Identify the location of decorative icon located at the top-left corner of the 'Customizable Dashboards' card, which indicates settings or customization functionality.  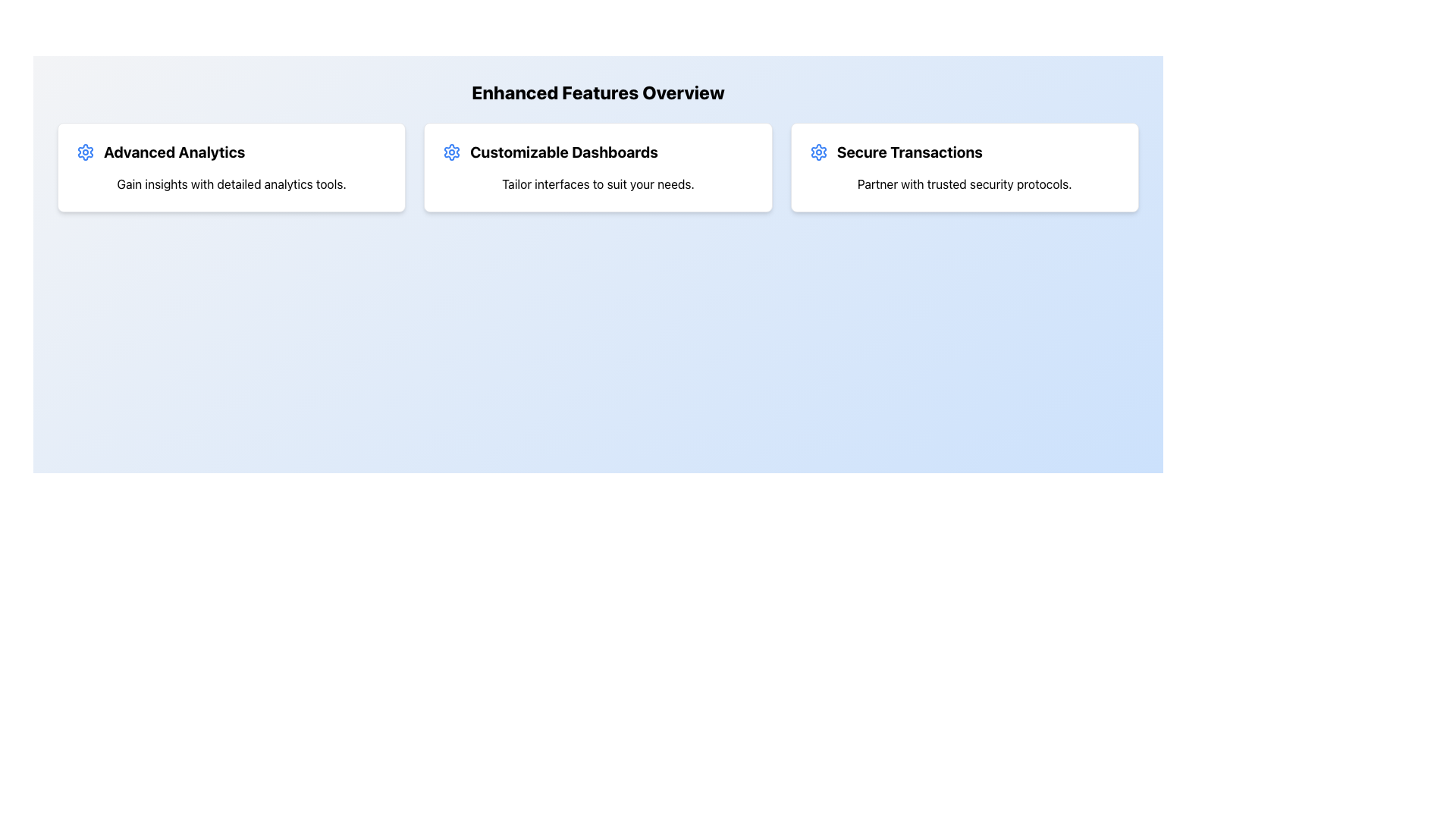
(451, 152).